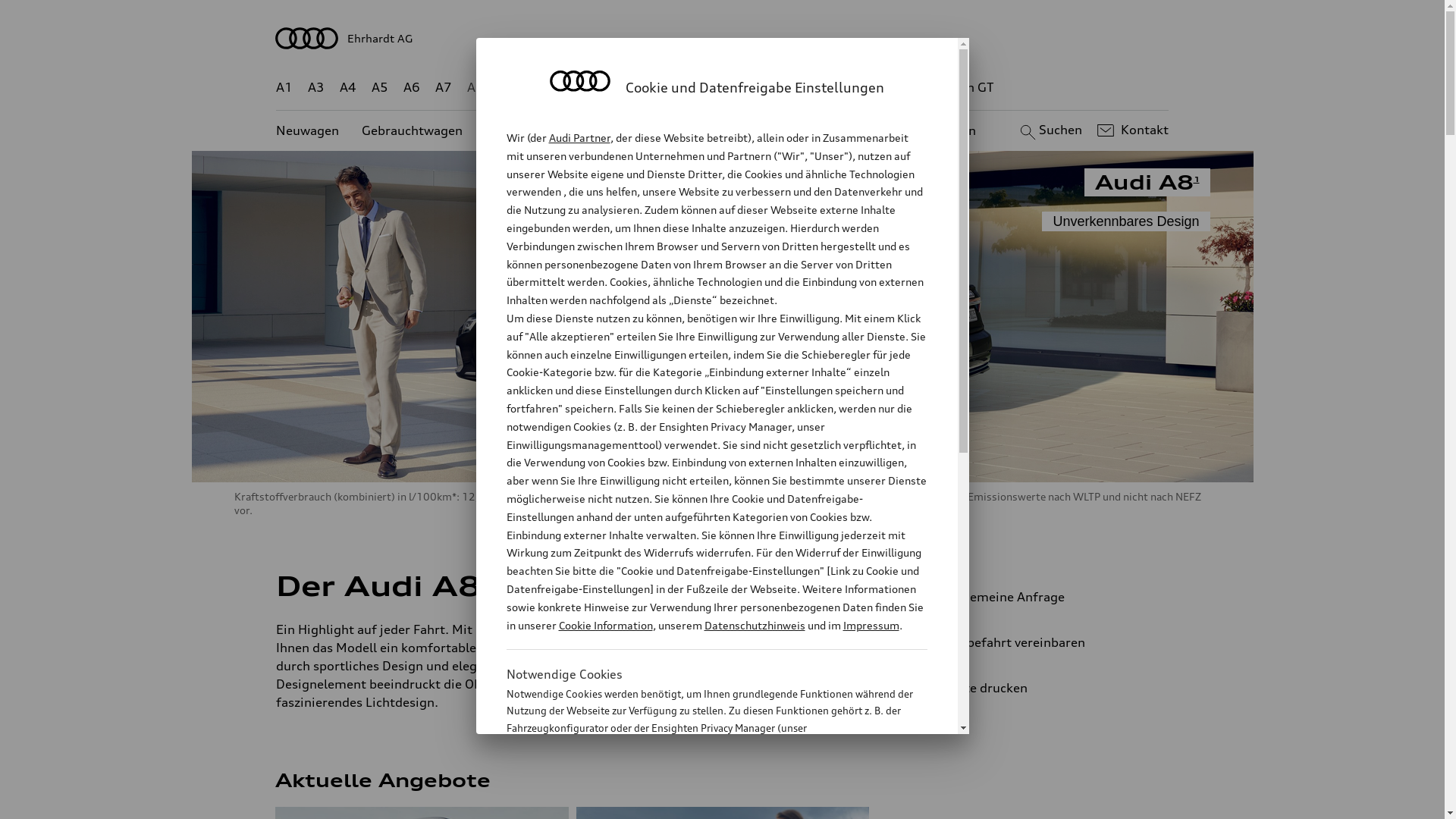  I want to click on 'A8', so click(475, 87).